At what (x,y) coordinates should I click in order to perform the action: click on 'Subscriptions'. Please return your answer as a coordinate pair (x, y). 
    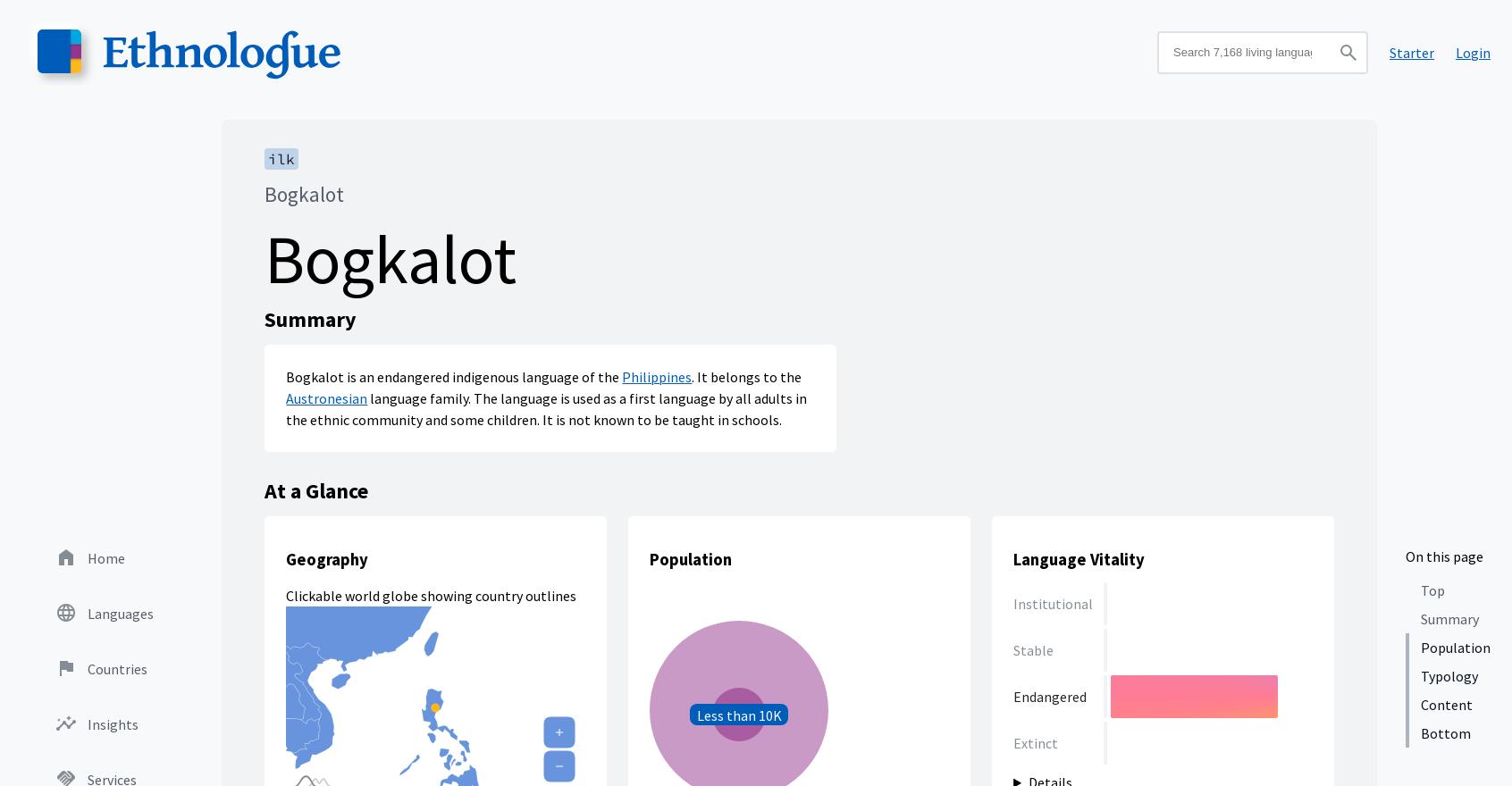
    Looking at the image, I should click on (129, 306).